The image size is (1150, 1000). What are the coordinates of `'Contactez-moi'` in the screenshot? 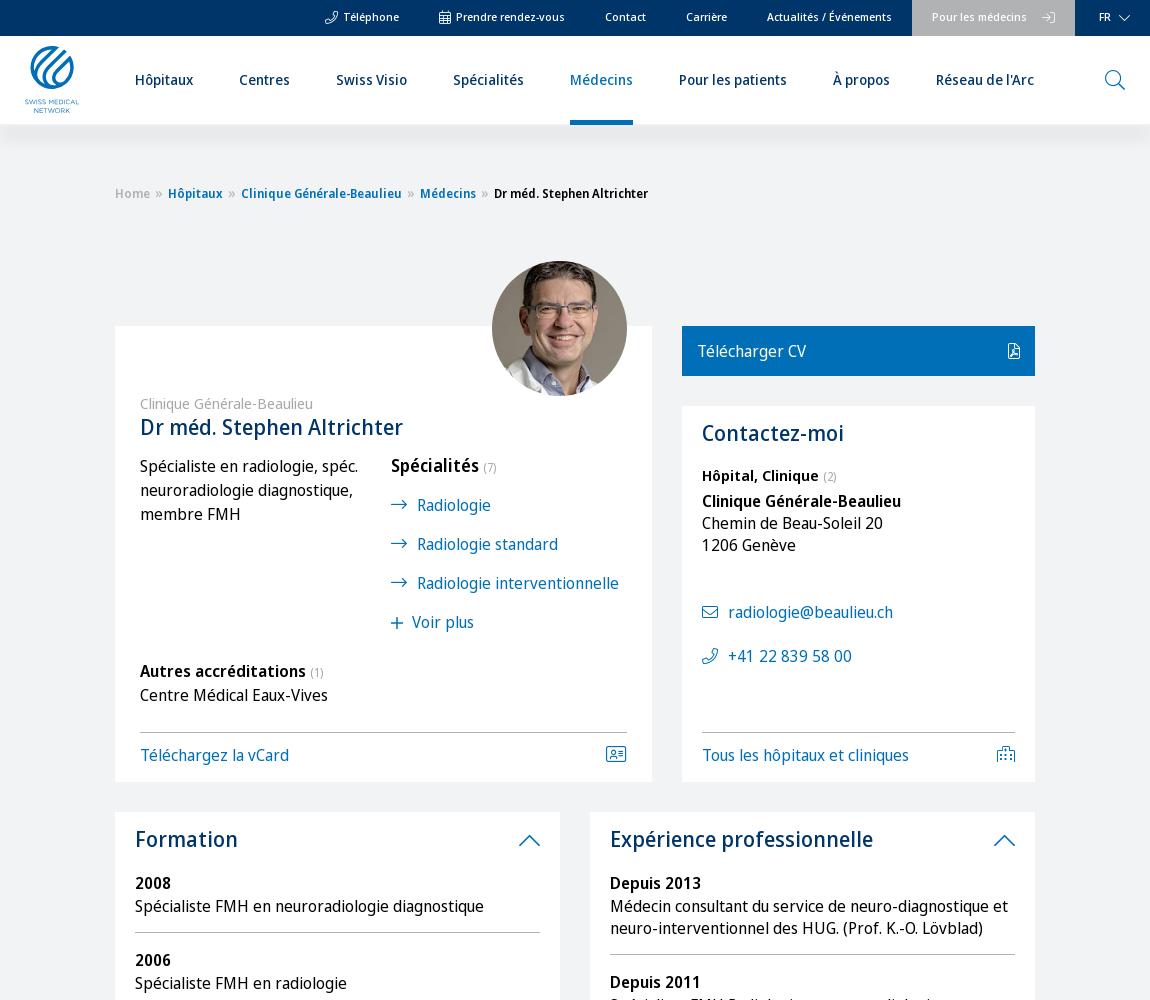 It's located at (772, 433).